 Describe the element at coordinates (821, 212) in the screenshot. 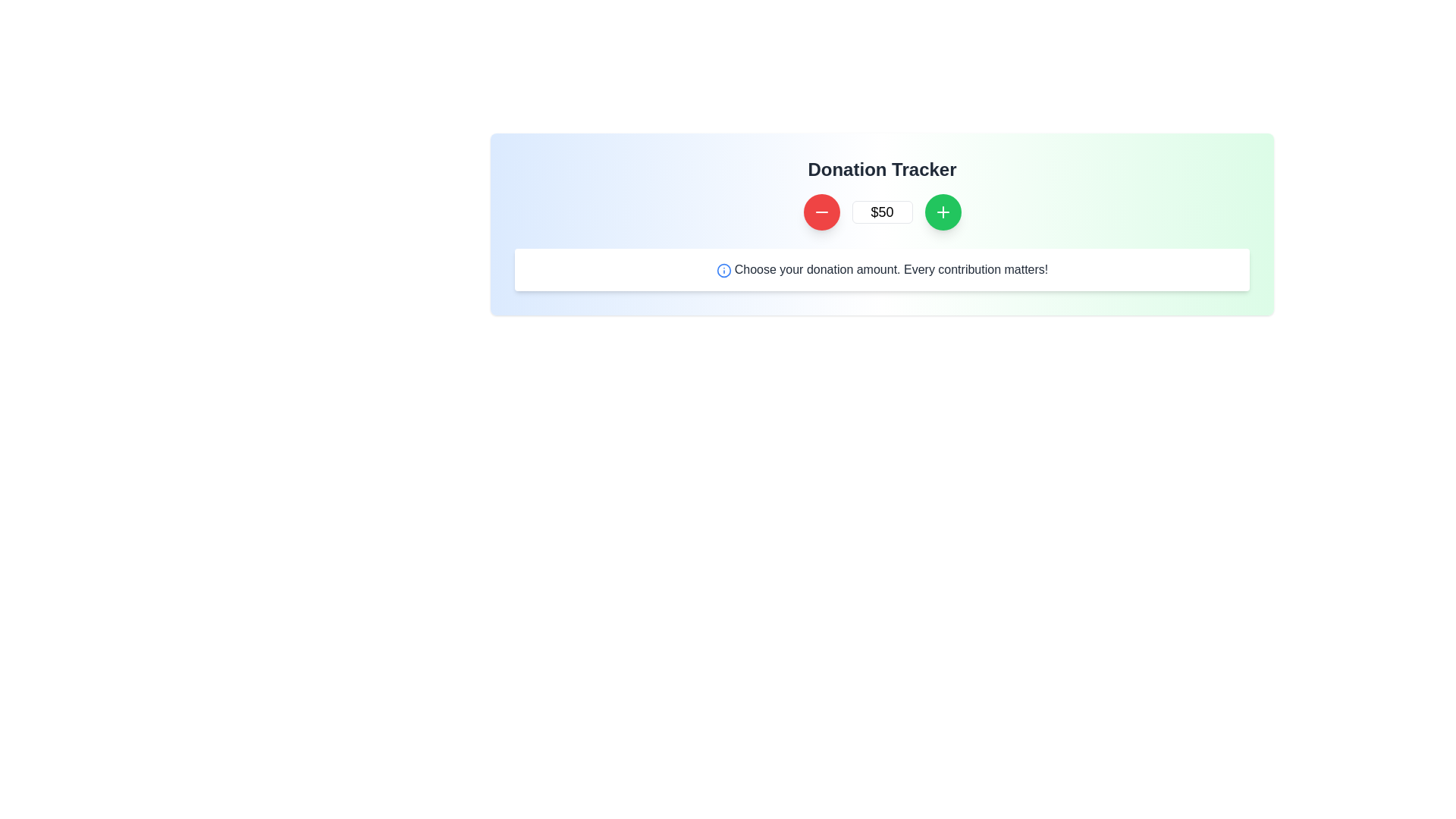

I see `the button to decrease the donation amount located in the donation tracker interface, which is positioned under the title 'Donation Tracker' and is the first element to the left of the text input field showing '$50'` at that location.